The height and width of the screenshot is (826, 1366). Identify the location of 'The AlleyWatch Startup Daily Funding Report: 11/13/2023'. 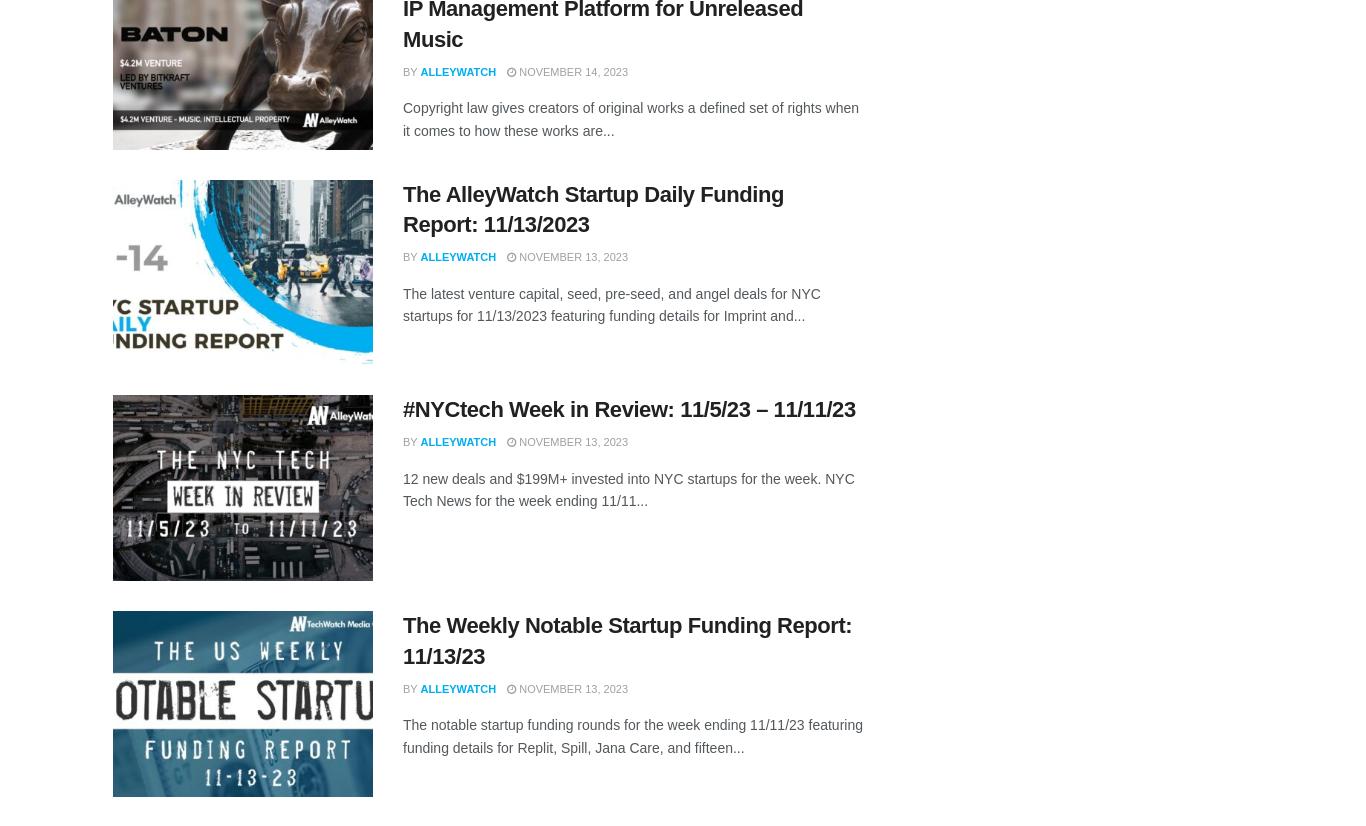
(592, 207).